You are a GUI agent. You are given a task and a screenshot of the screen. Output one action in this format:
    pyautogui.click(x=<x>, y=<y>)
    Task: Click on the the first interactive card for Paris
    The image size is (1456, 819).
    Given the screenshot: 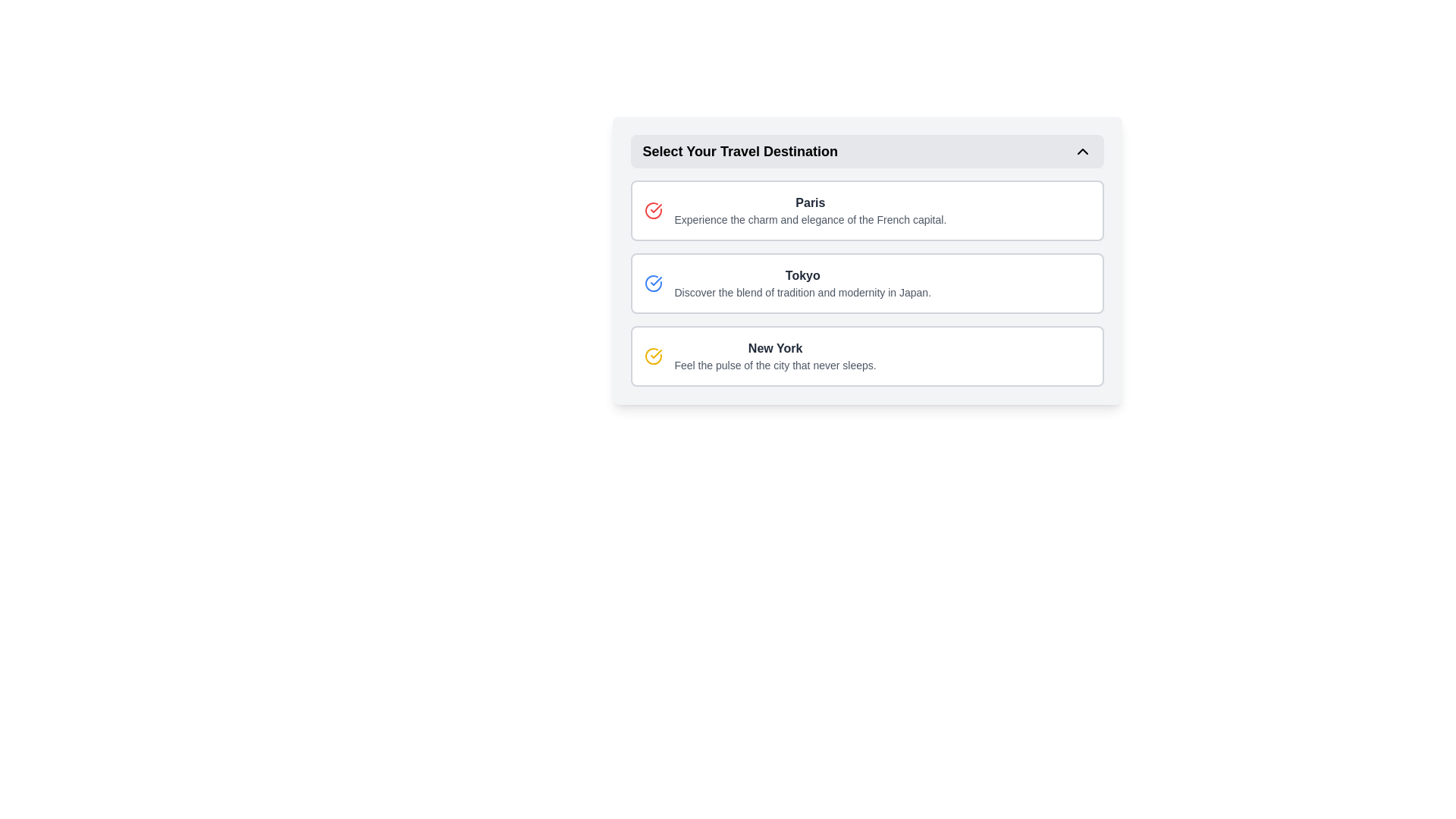 What is the action you would take?
    pyautogui.click(x=867, y=210)
    